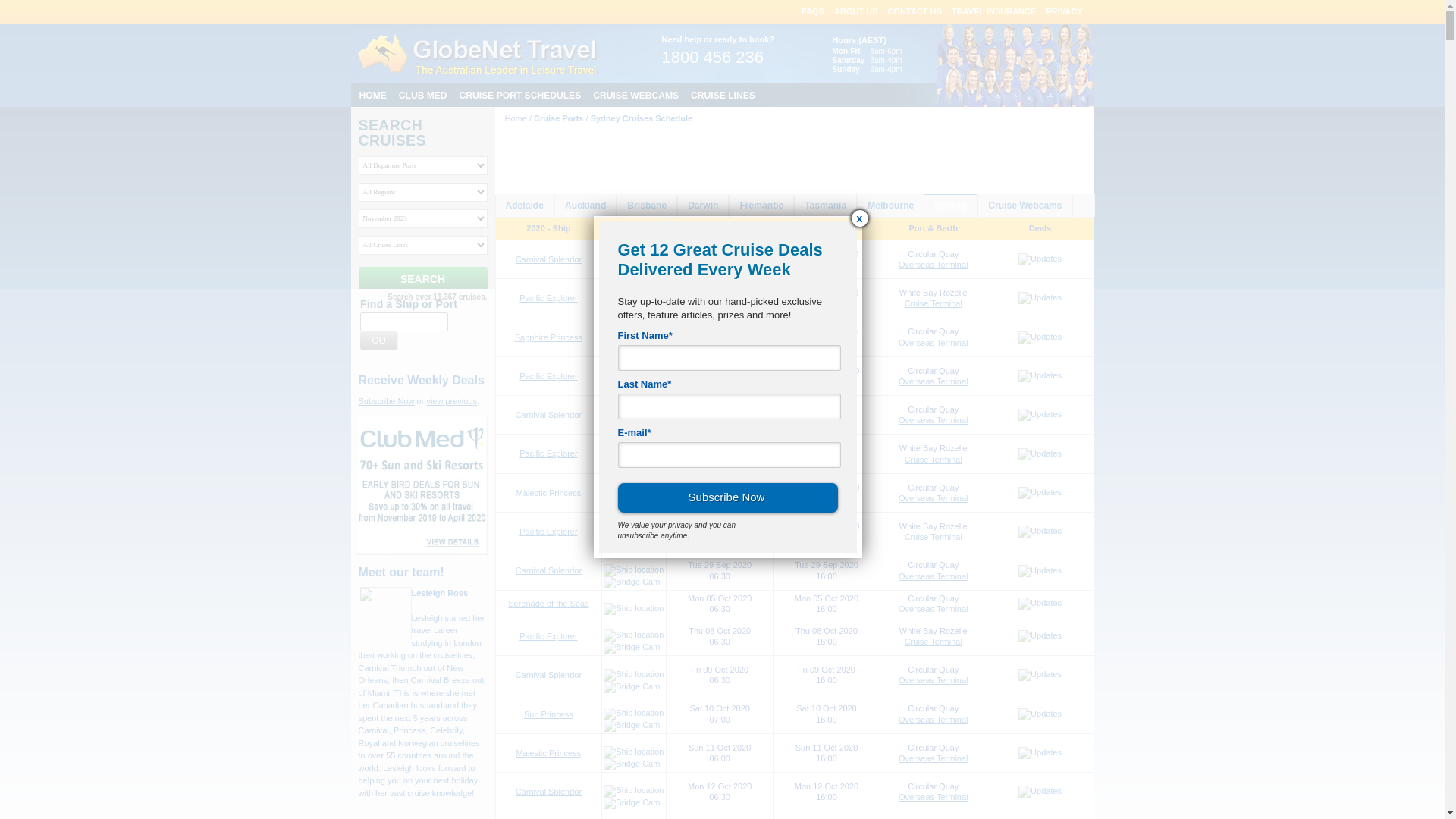 The height and width of the screenshot is (819, 1456). Describe the element at coordinates (548, 791) in the screenshot. I see `'Carnival Splendor'` at that location.